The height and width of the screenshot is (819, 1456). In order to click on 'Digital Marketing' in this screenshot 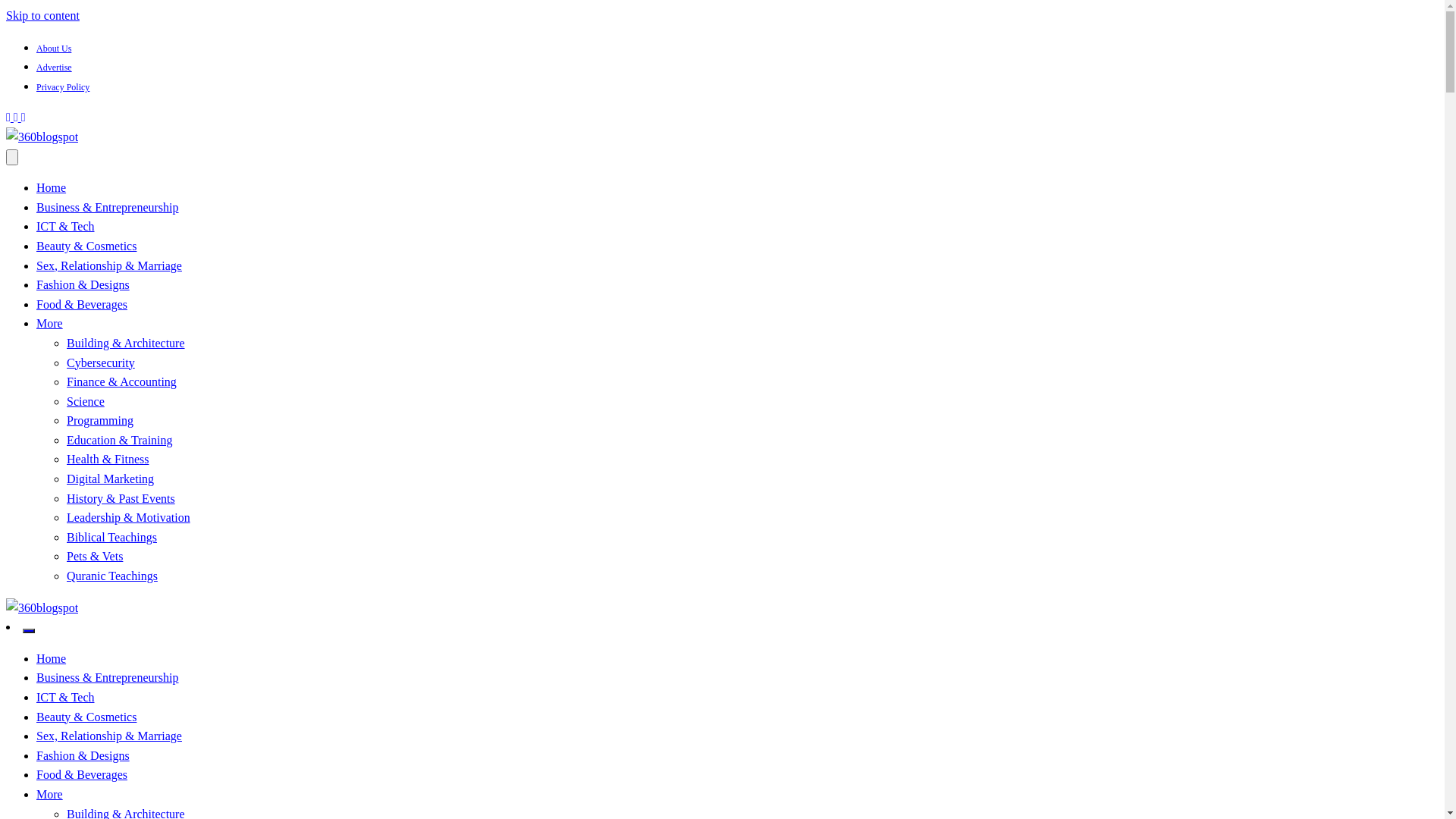, I will do `click(109, 479)`.